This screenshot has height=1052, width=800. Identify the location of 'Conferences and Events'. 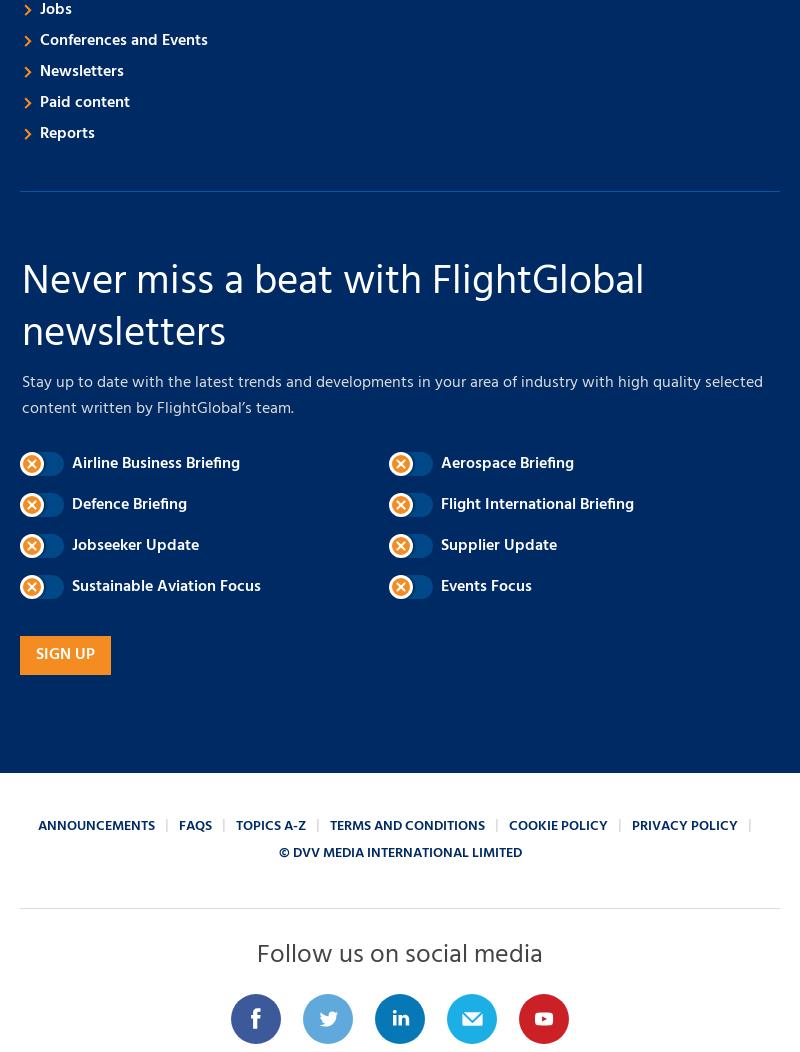
(123, 41).